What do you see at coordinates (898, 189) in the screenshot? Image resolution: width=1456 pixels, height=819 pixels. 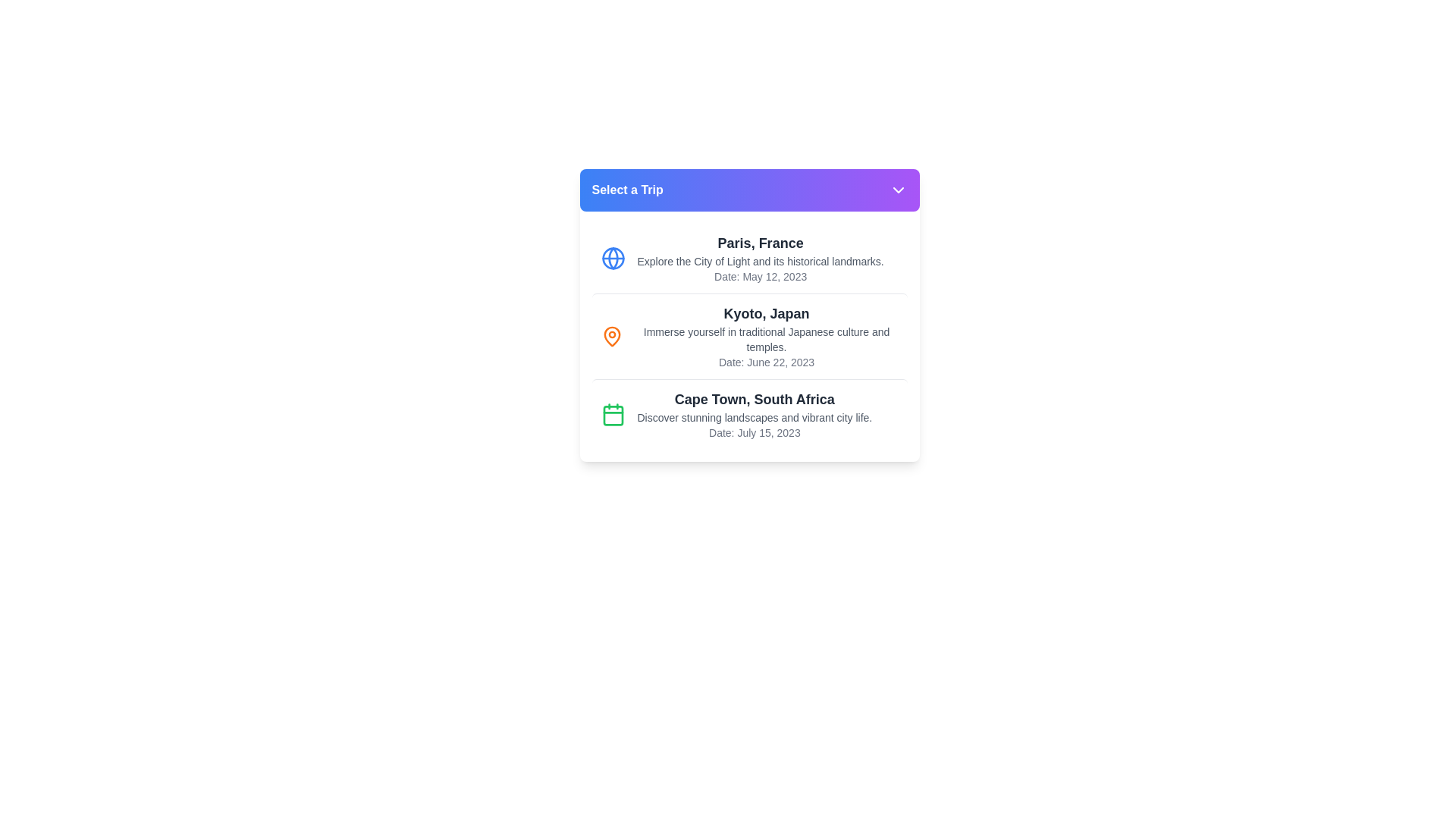 I see `the downward-pointing chevron SVG icon located at the end of the 'Select a Trip' purple gradient bar for additional UI feedback` at bounding box center [898, 189].